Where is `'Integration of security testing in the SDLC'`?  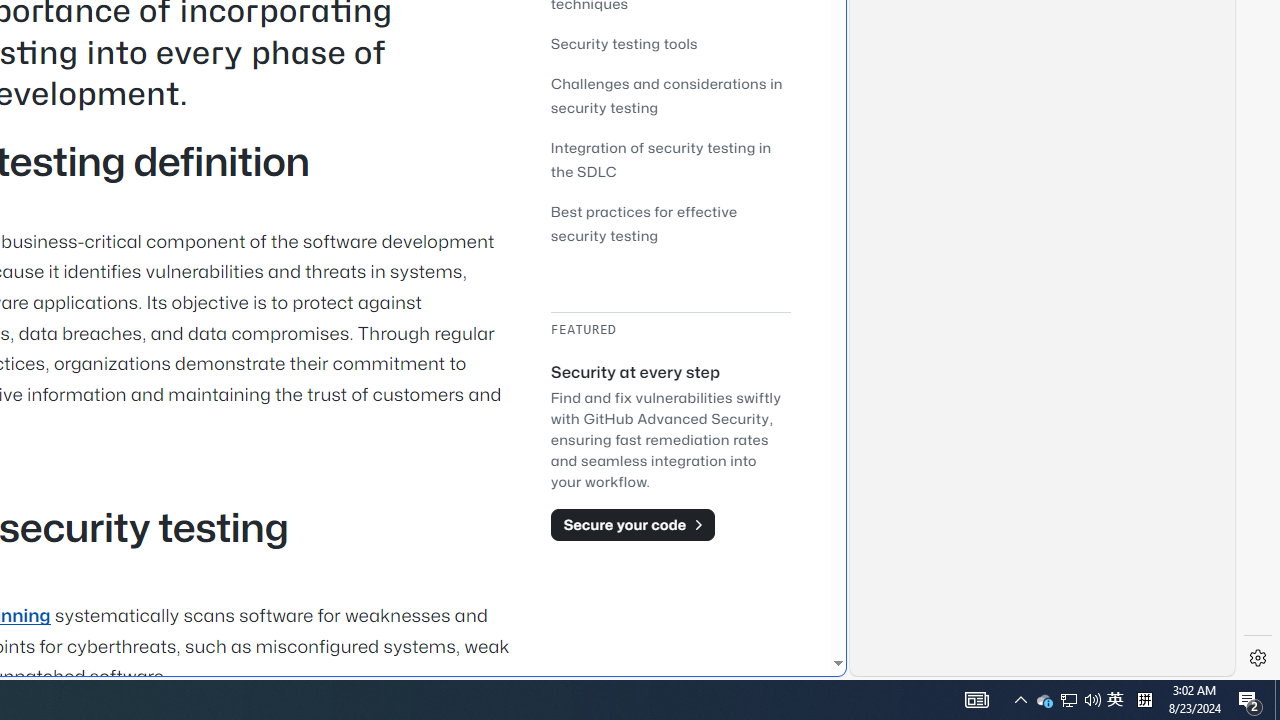 'Integration of security testing in the SDLC' is located at coordinates (661, 158).